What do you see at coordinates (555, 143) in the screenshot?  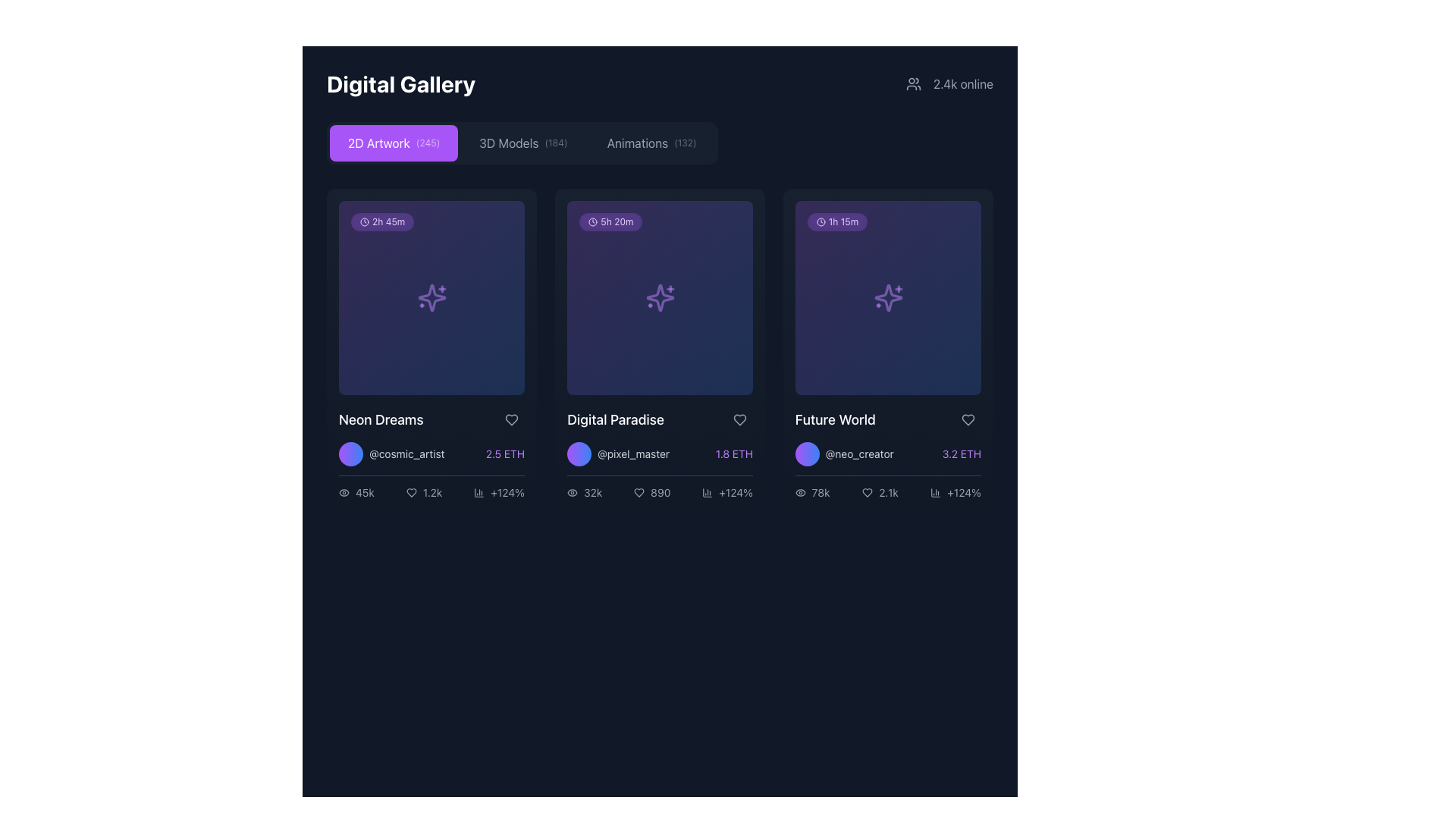 I see `number displayed on the text label indicating the number of items available in the '3D Models' category, located to the right of the '3D Models' text in the navigation bar below the 'Digital Gallery' header` at bounding box center [555, 143].